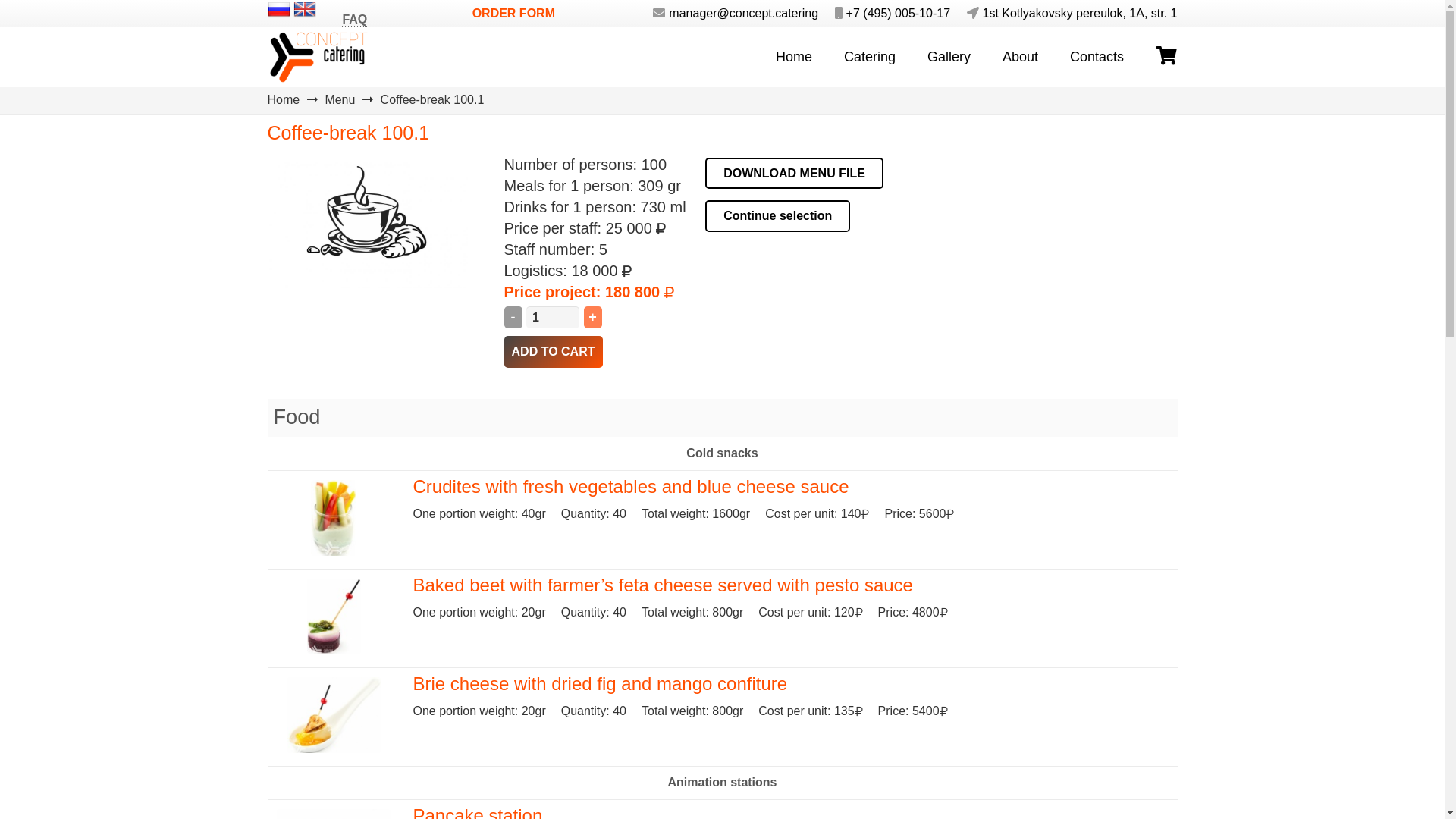 Image resolution: width=1456 pixels, height=819 pixels. I want to click on 'About', so click(1020, 55).